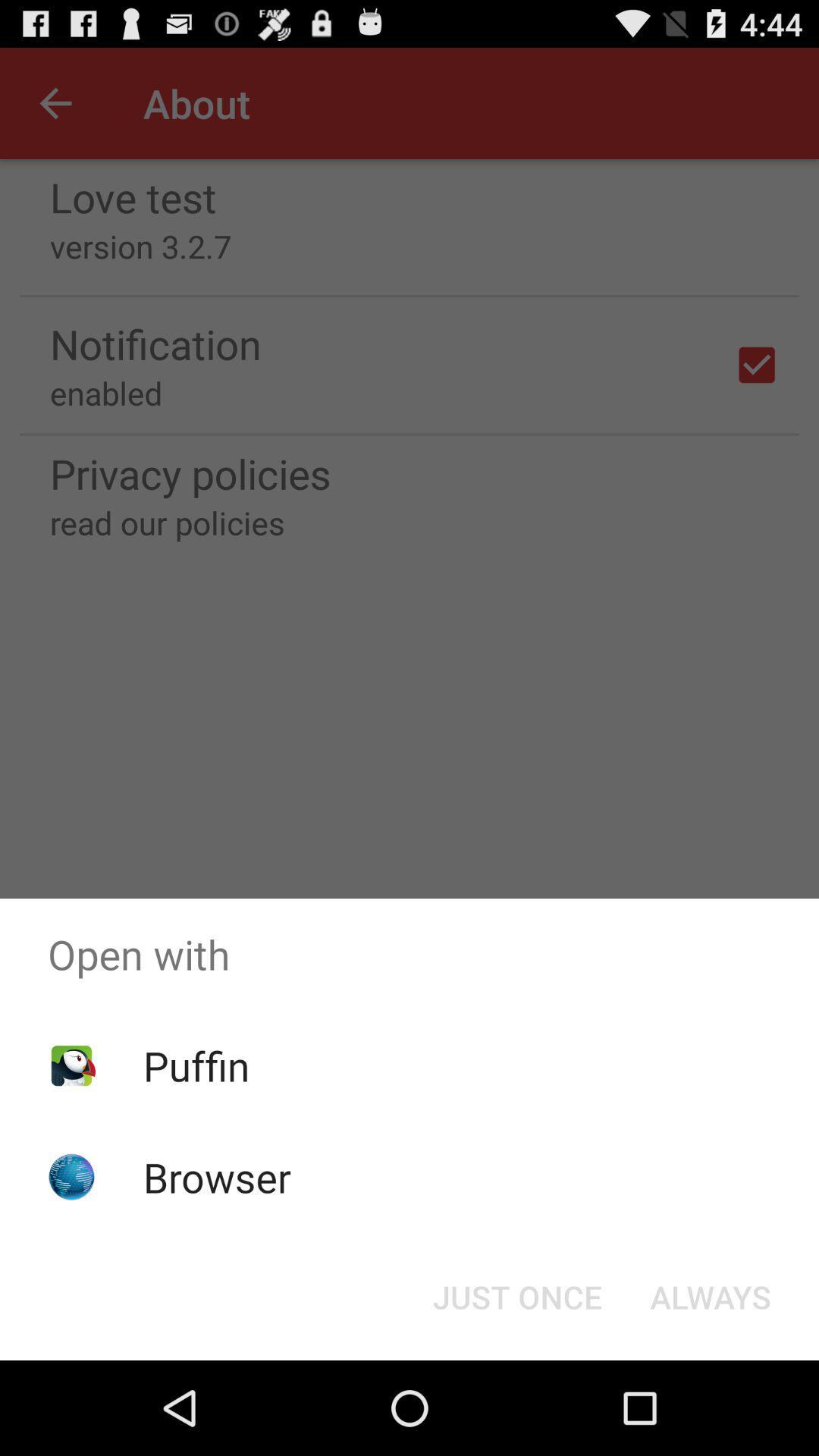  What do you see at coordinates (516, 1295) in the screenshot?
I see `the just once item` at bounding box center [516, 1295].